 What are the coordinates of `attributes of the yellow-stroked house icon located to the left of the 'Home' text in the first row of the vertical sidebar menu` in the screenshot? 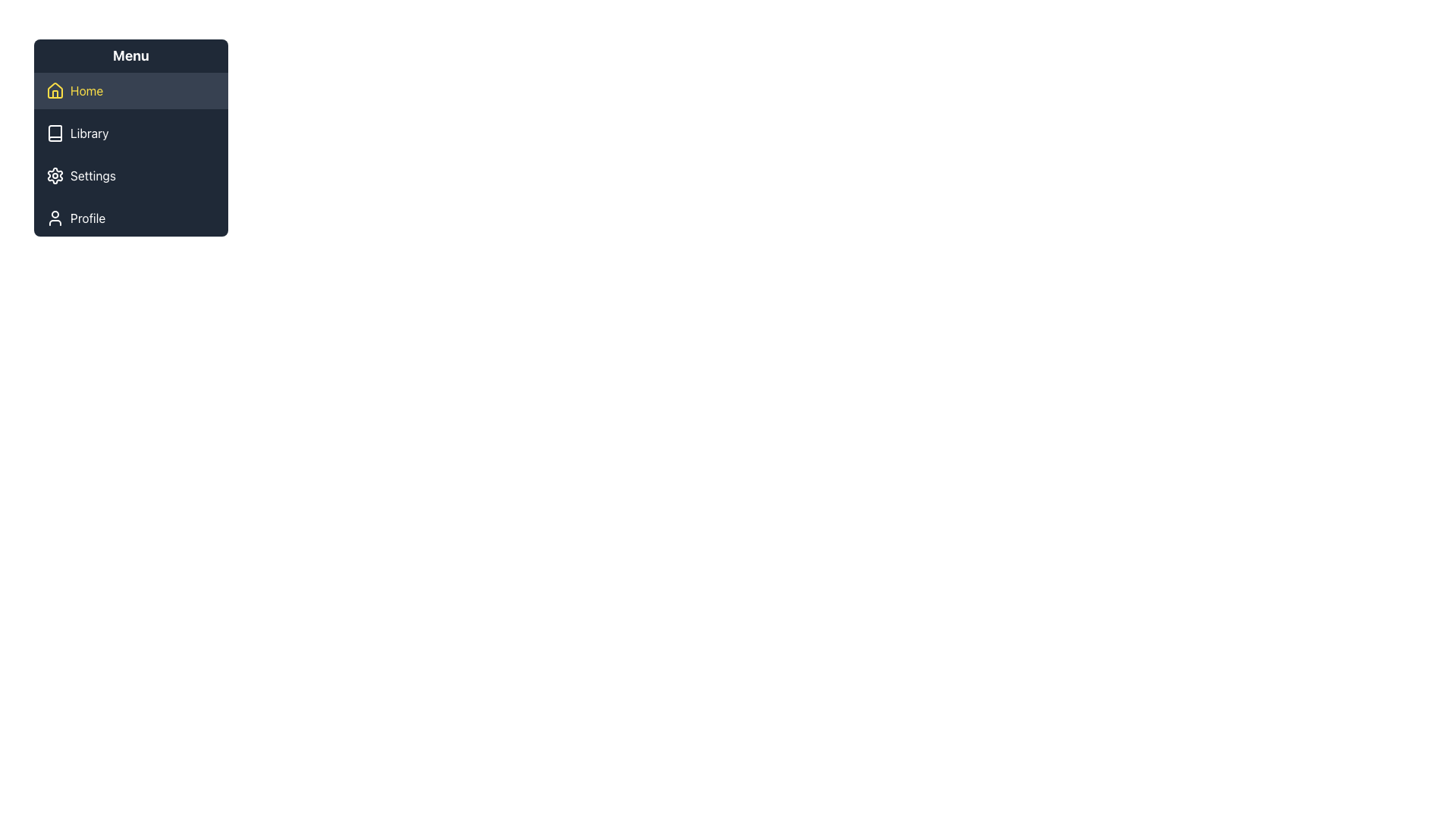 It's located at (55, 90).